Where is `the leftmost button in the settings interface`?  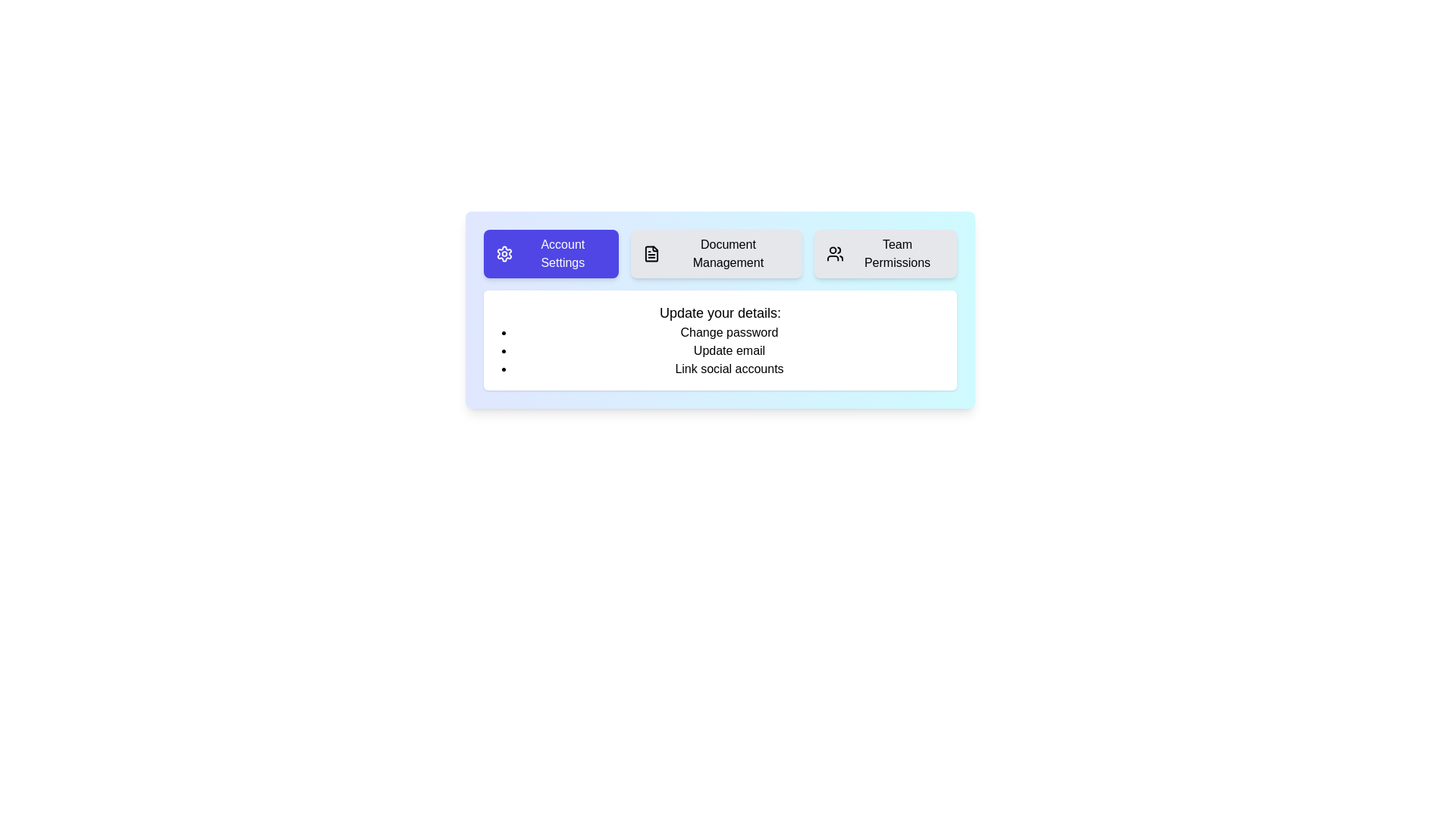
the leftmost button in the settings interface is located at coordinates (550, 253).